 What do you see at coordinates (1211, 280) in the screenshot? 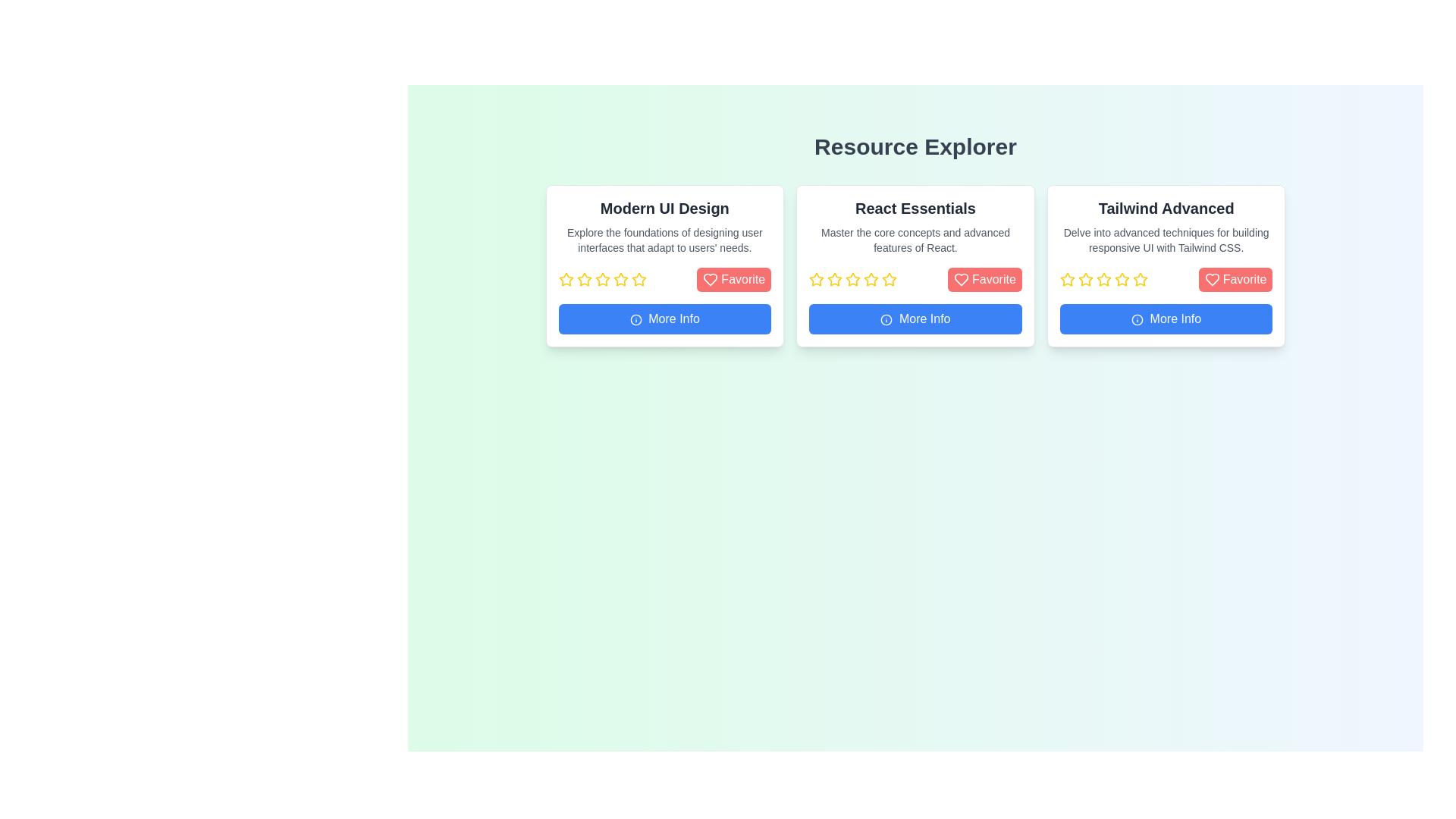
I see `the red heart icon located inside the second 'Favorite' button on the right side of the interface` at bounding box center [1211, 280].